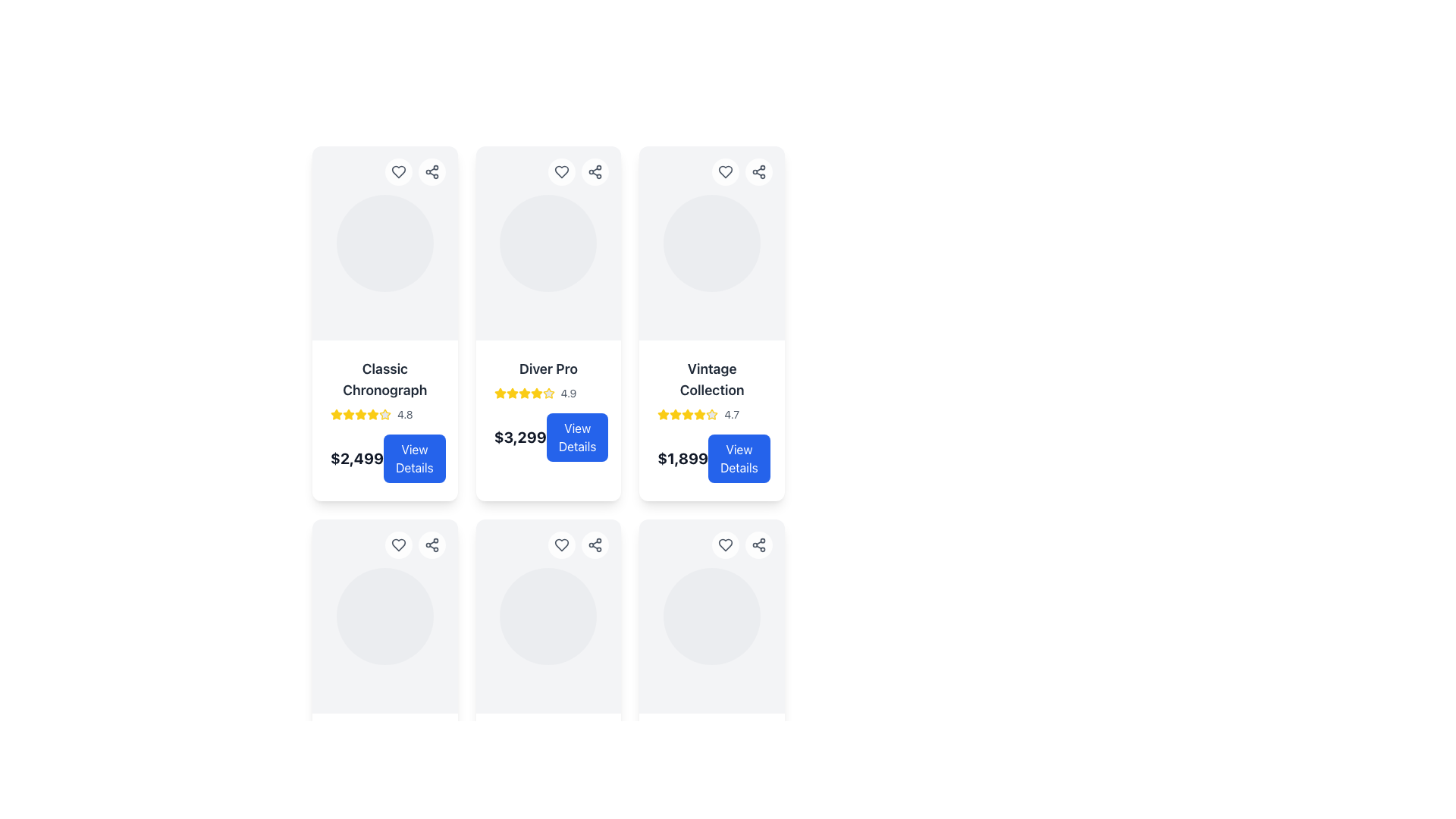 Image resolution: width=1456 pixels, height=819 pixels. I want to click on the price tag '$2,499' located in the bottom section of the 'Classic Chronograph' card, directly beneath the rating and centrally aligned within the card's layout, so click(384, 458).